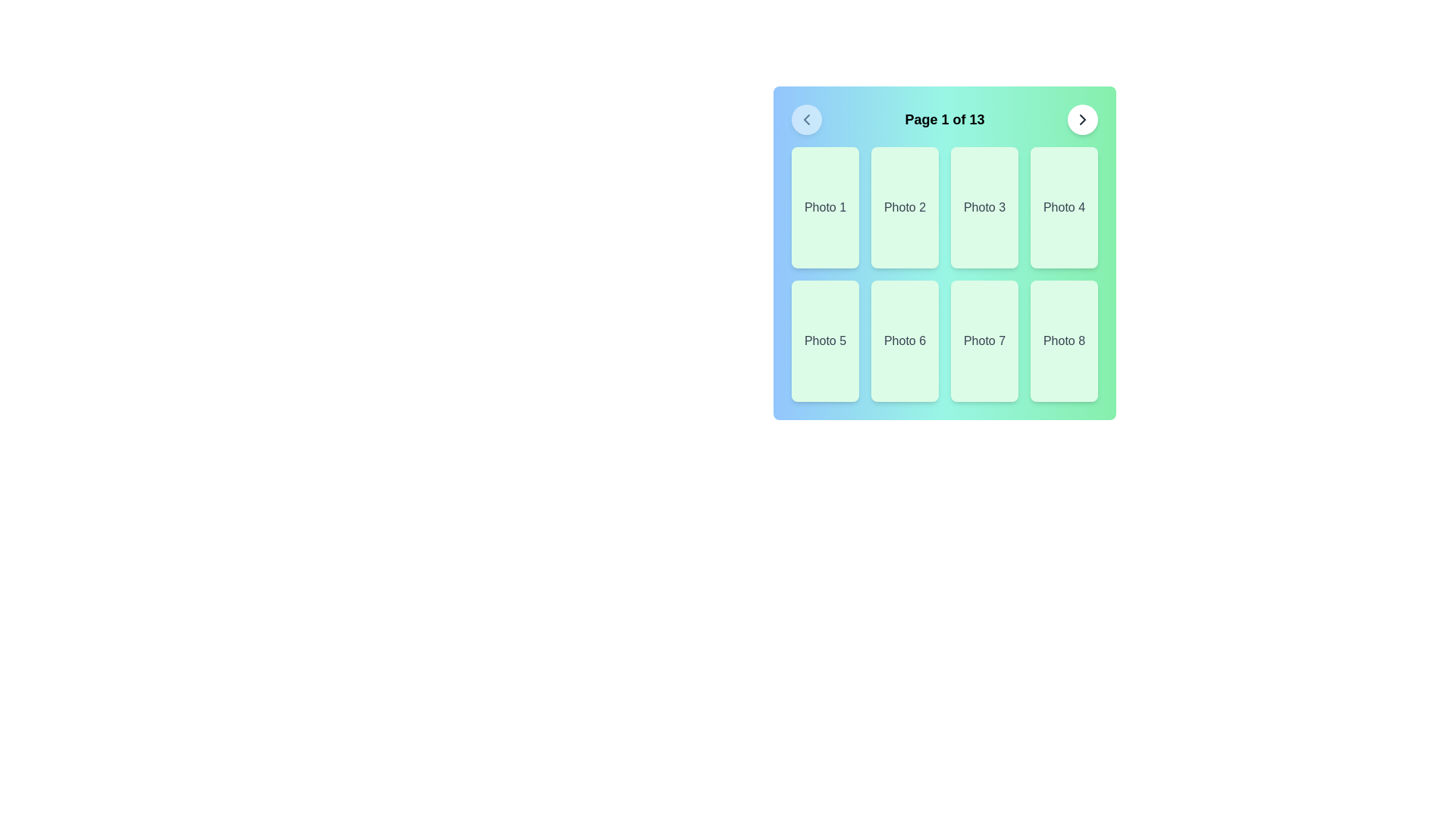 The height and width of the screenshot is (819, 1456). Describe the element at coordinates (905, 207) in the screenshot. I see `the second card in the grid layout` at that location.